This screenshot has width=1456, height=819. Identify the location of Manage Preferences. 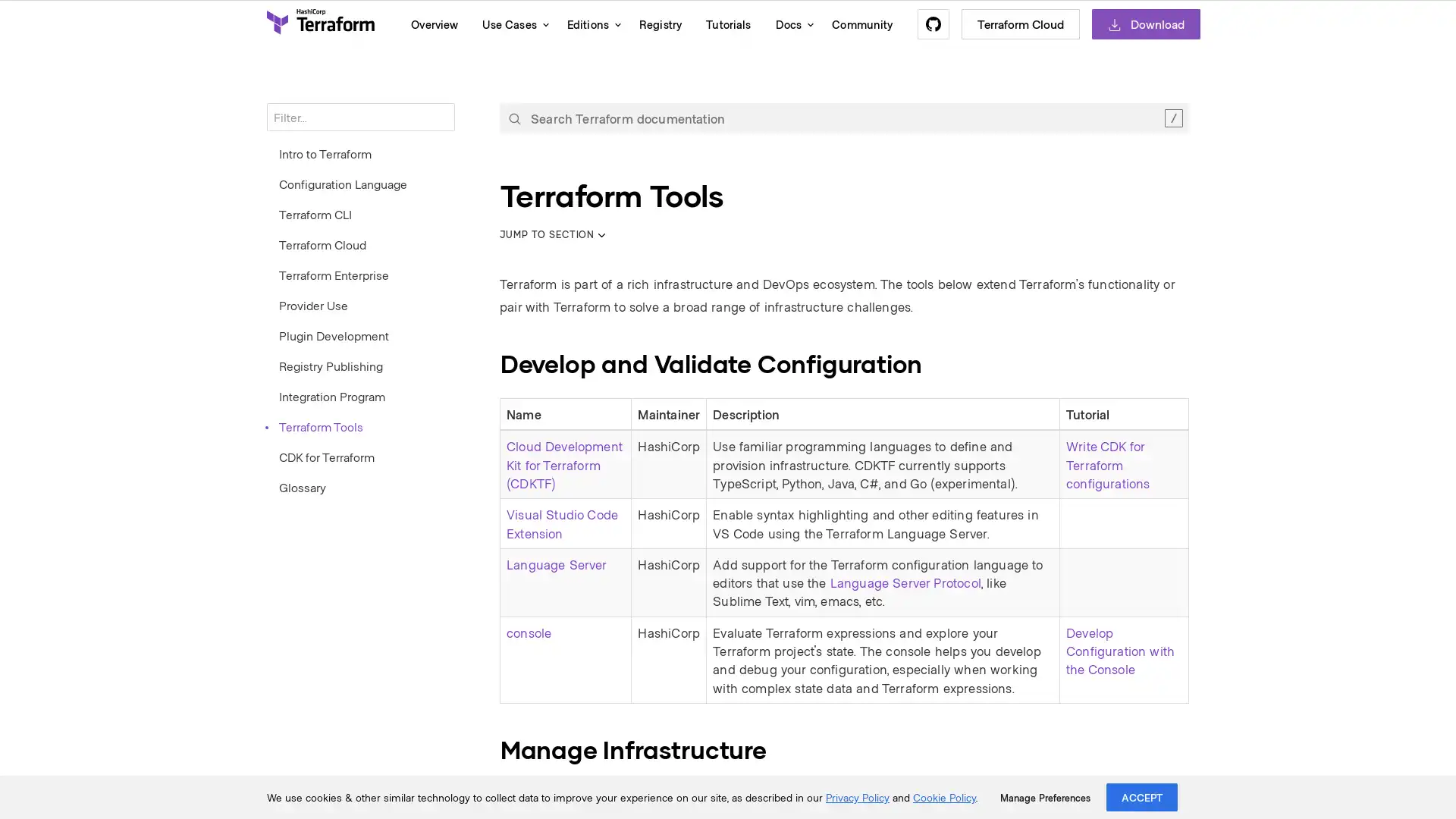
(1044, 797).